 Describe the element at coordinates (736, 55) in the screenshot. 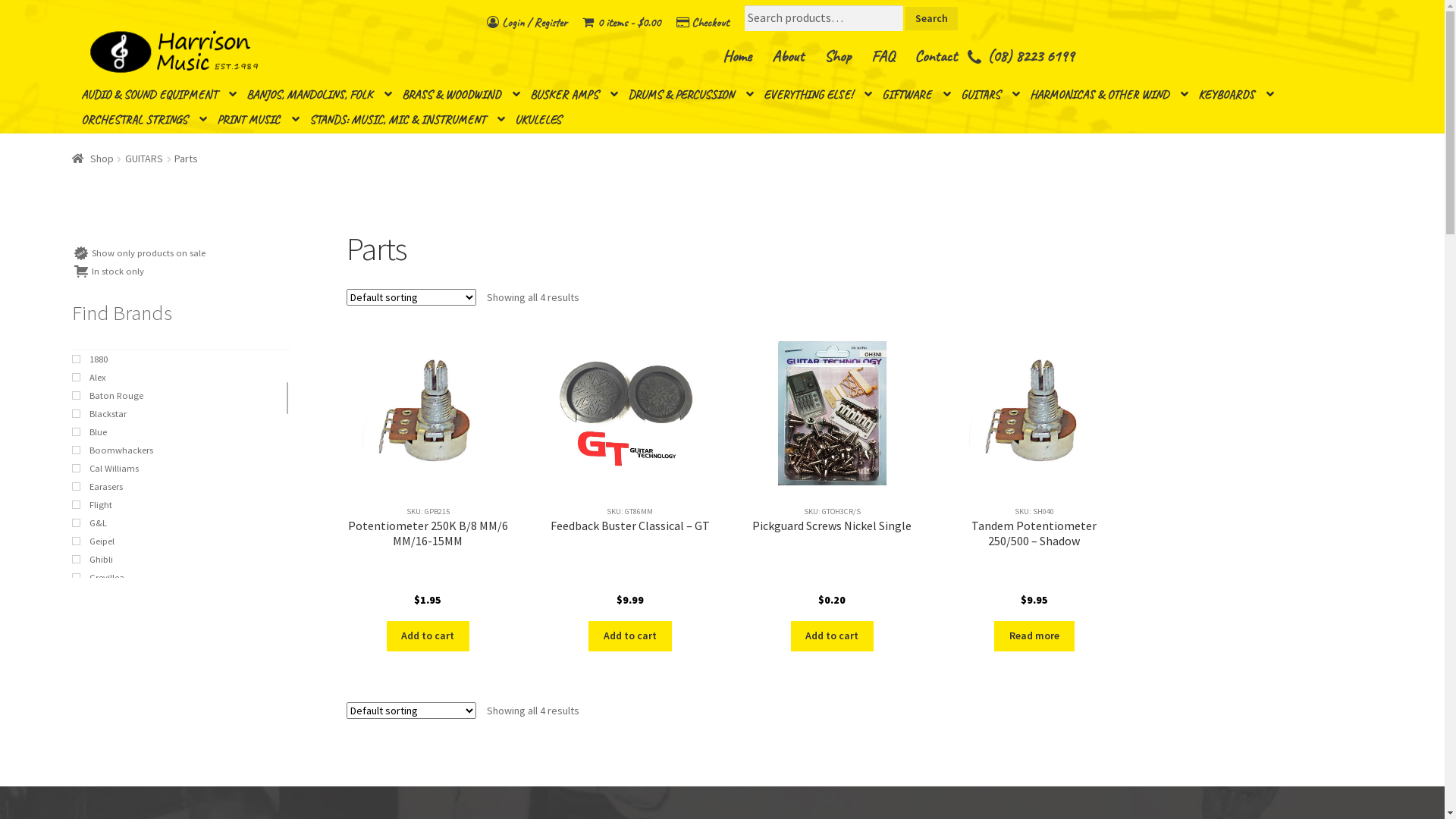

I see `'Home'` at that location.